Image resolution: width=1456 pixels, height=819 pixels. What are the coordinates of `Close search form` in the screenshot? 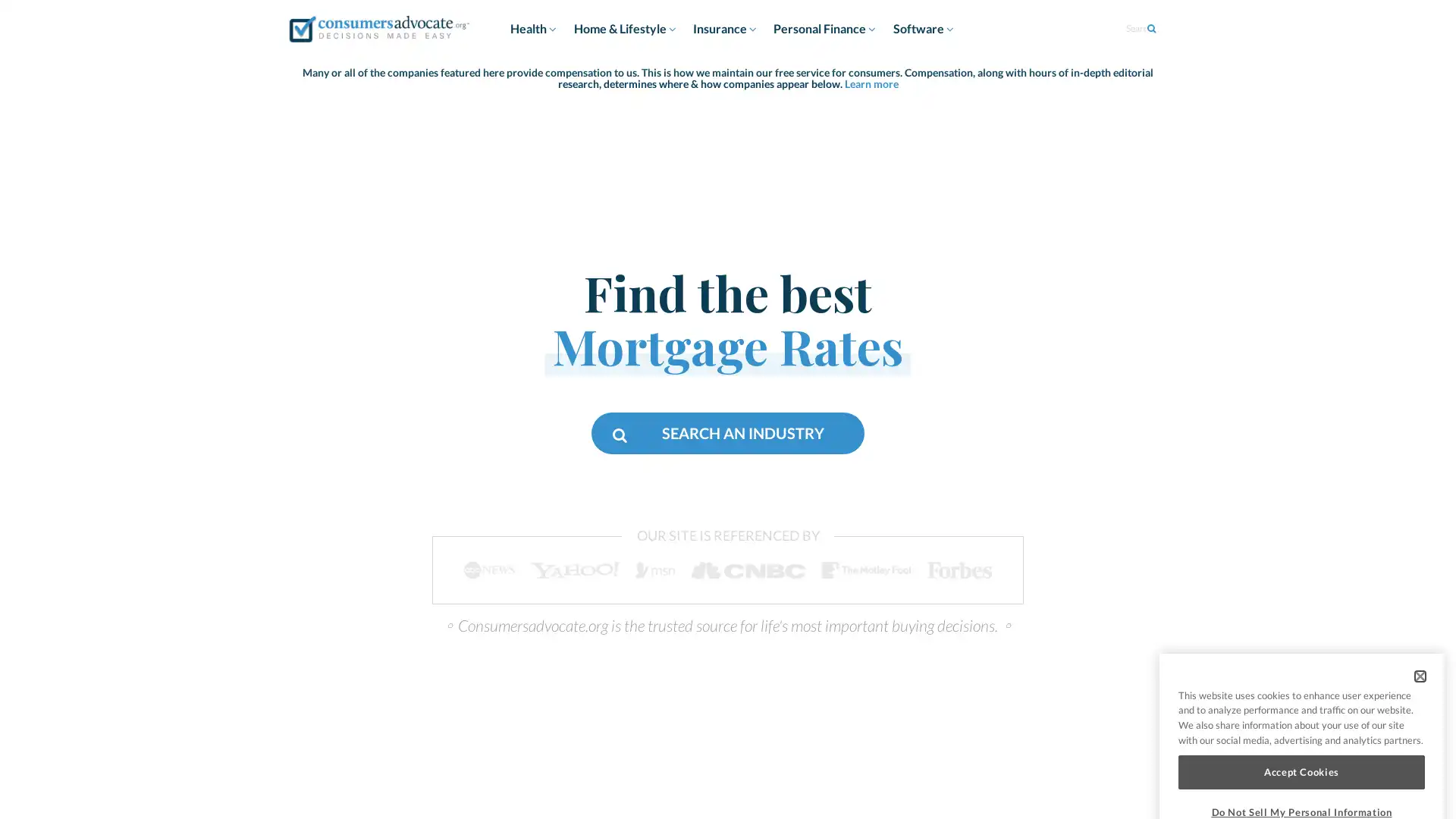 It's located at (1404, 51).